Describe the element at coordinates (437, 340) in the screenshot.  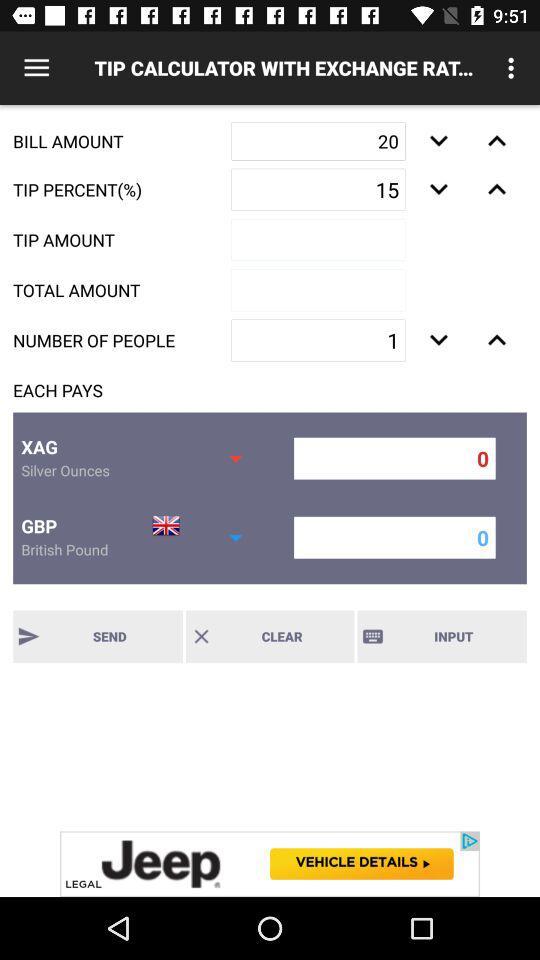
I see `the expand_more icon` at that location.